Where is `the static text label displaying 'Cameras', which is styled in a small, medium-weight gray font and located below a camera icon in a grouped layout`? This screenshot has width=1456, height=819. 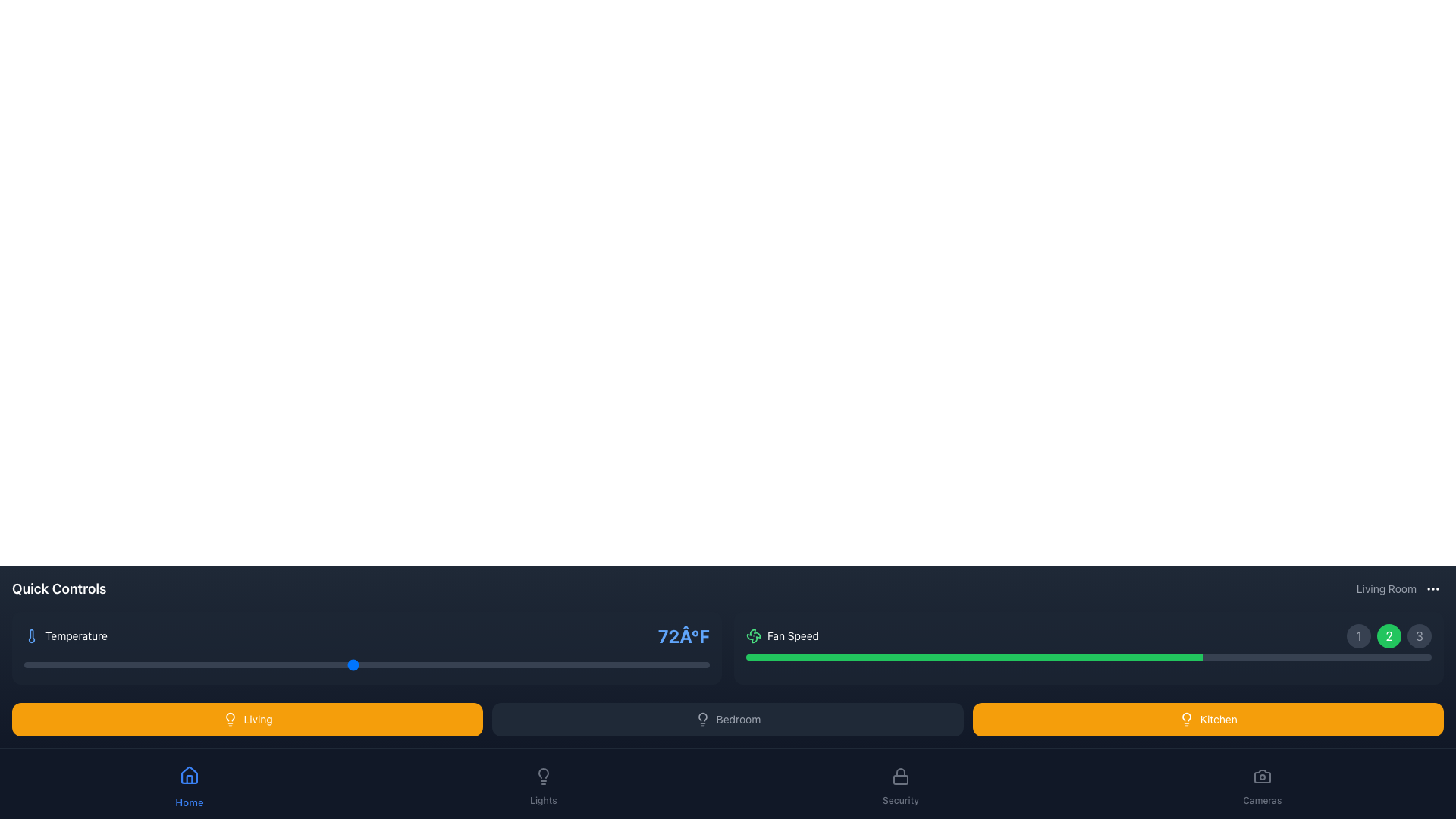 the static text label displaying 'Cameras', which is styled in a small, medium-weight gray font and located below a camera icon in a grouped layout is located at coordinates (1262, 800).